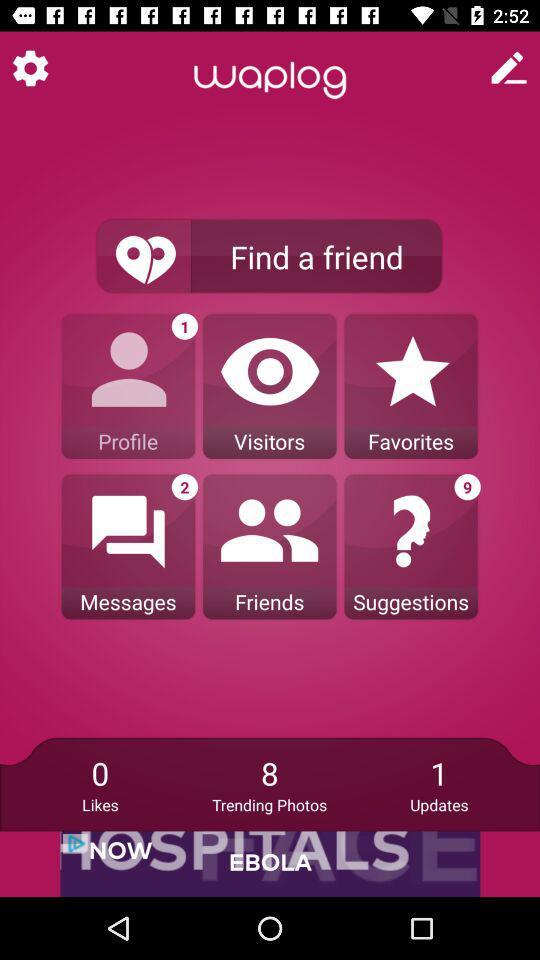 The width and height of the screenshot is (540, 960). What do you see at coordinates (509, 68) in the screenshot?
I see `the edit icon` at bounding box center [509, 68].